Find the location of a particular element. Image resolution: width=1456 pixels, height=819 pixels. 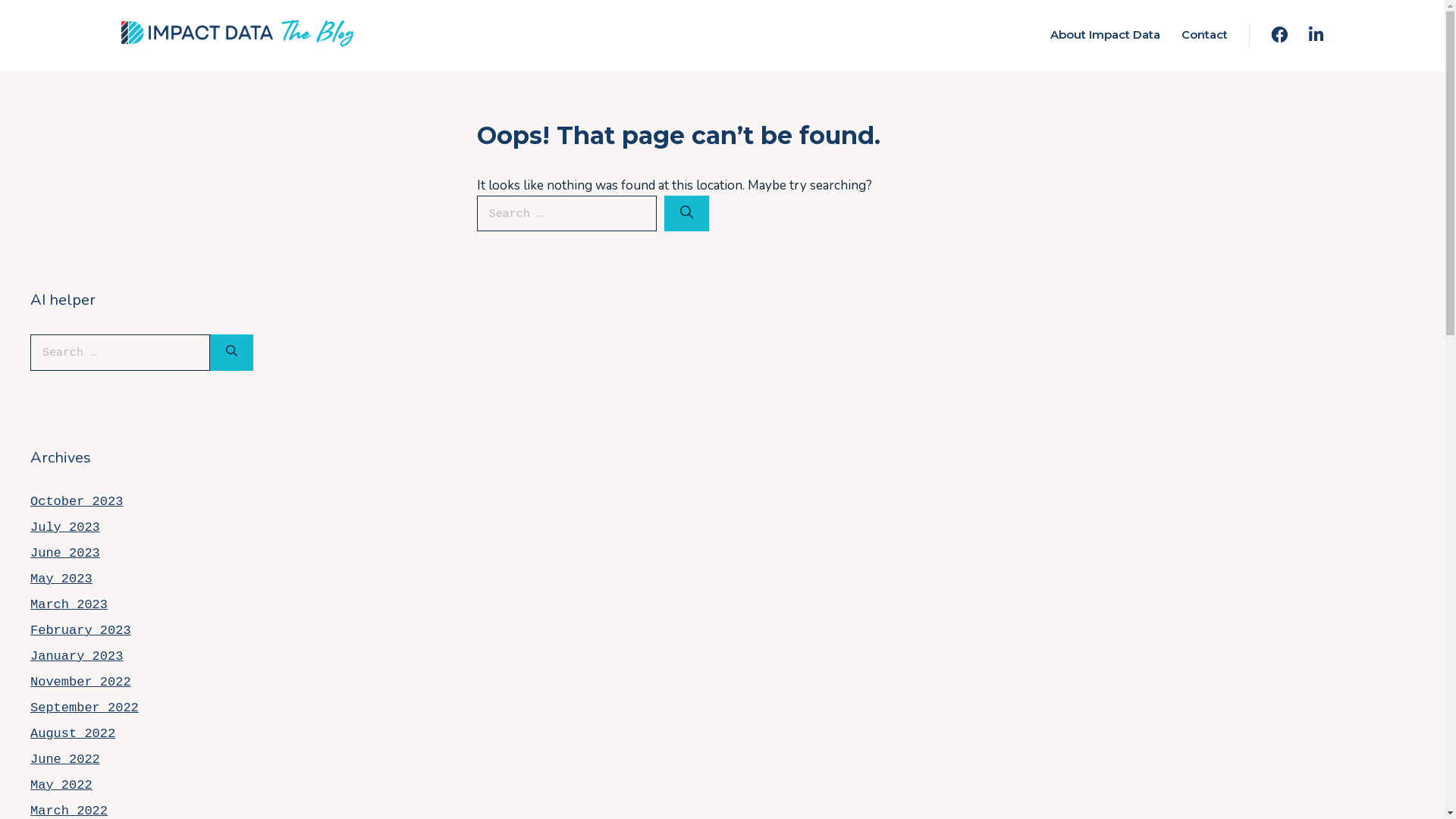

'November 2022' is located at coordinates (30, 681).